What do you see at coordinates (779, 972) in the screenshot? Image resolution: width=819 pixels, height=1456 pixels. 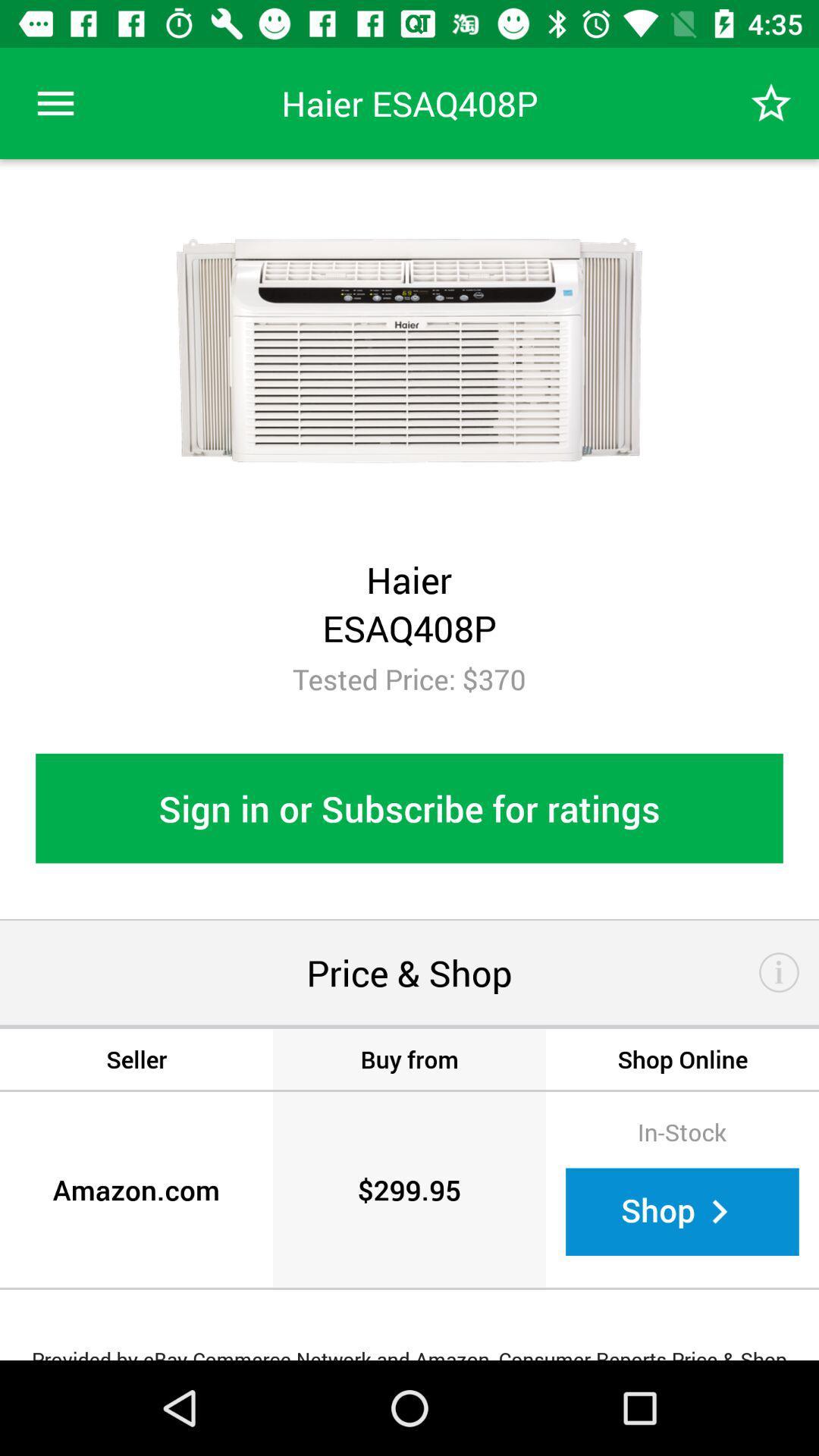 I see `show info` at bounding box center [779, 972].